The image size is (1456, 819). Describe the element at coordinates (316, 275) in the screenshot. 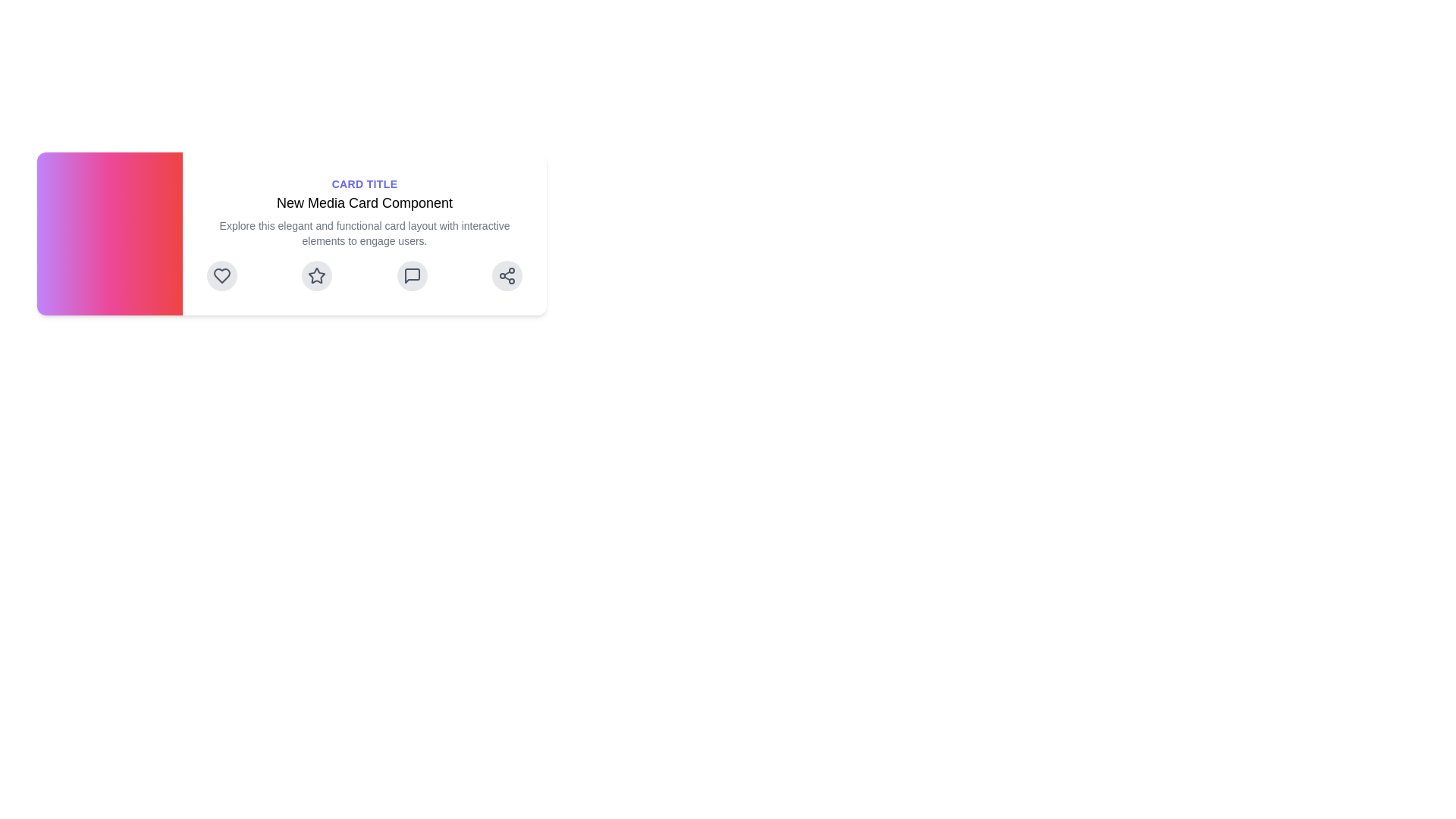

I see `the second button from the left in the horizontal arrangement of buttons below the title and descriptive text to favorite or rate the item` at that location.